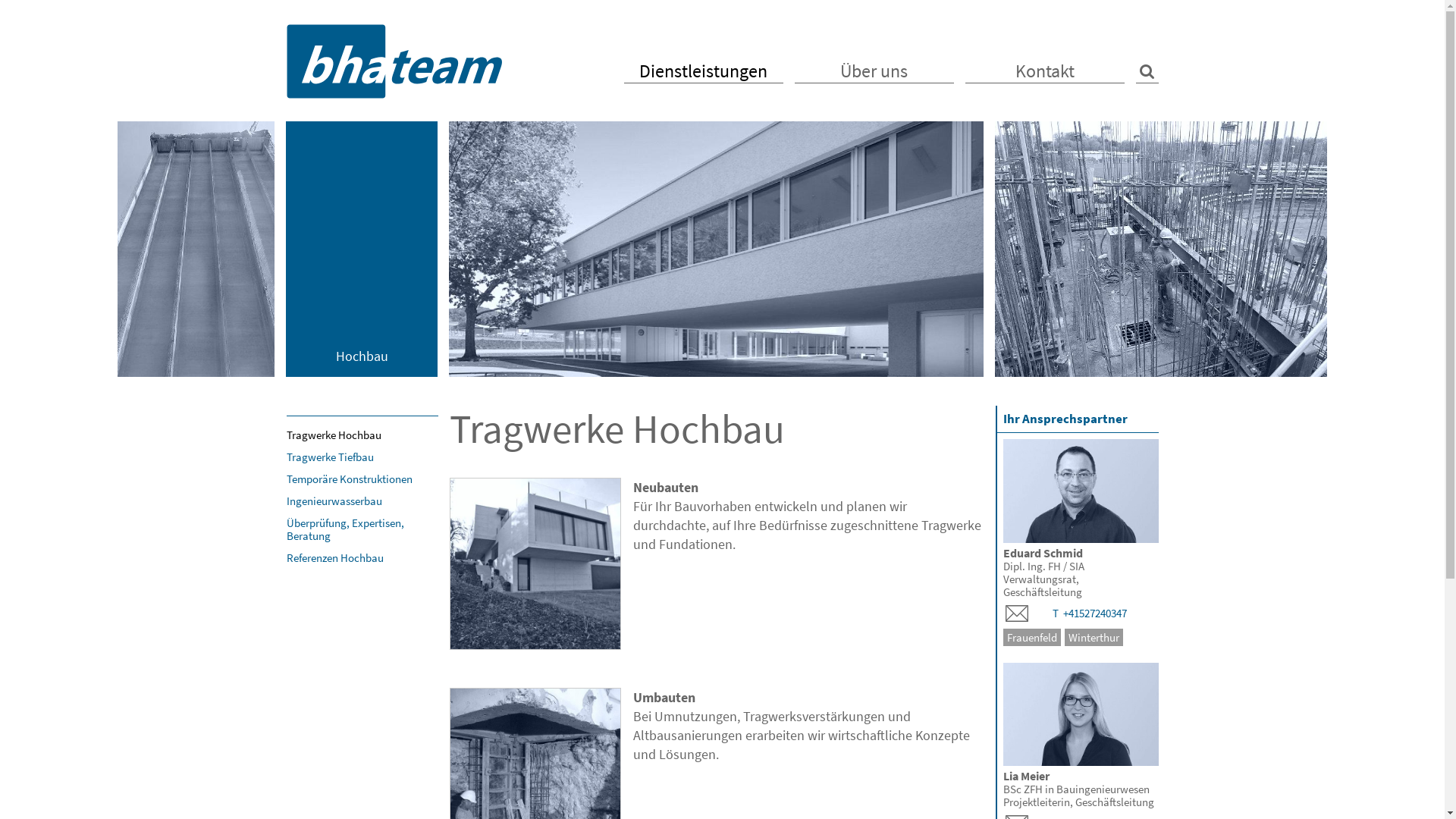 The image size is (1456, 819). I want to click on 'Tragwerke Hochbau', so click(362, 435).